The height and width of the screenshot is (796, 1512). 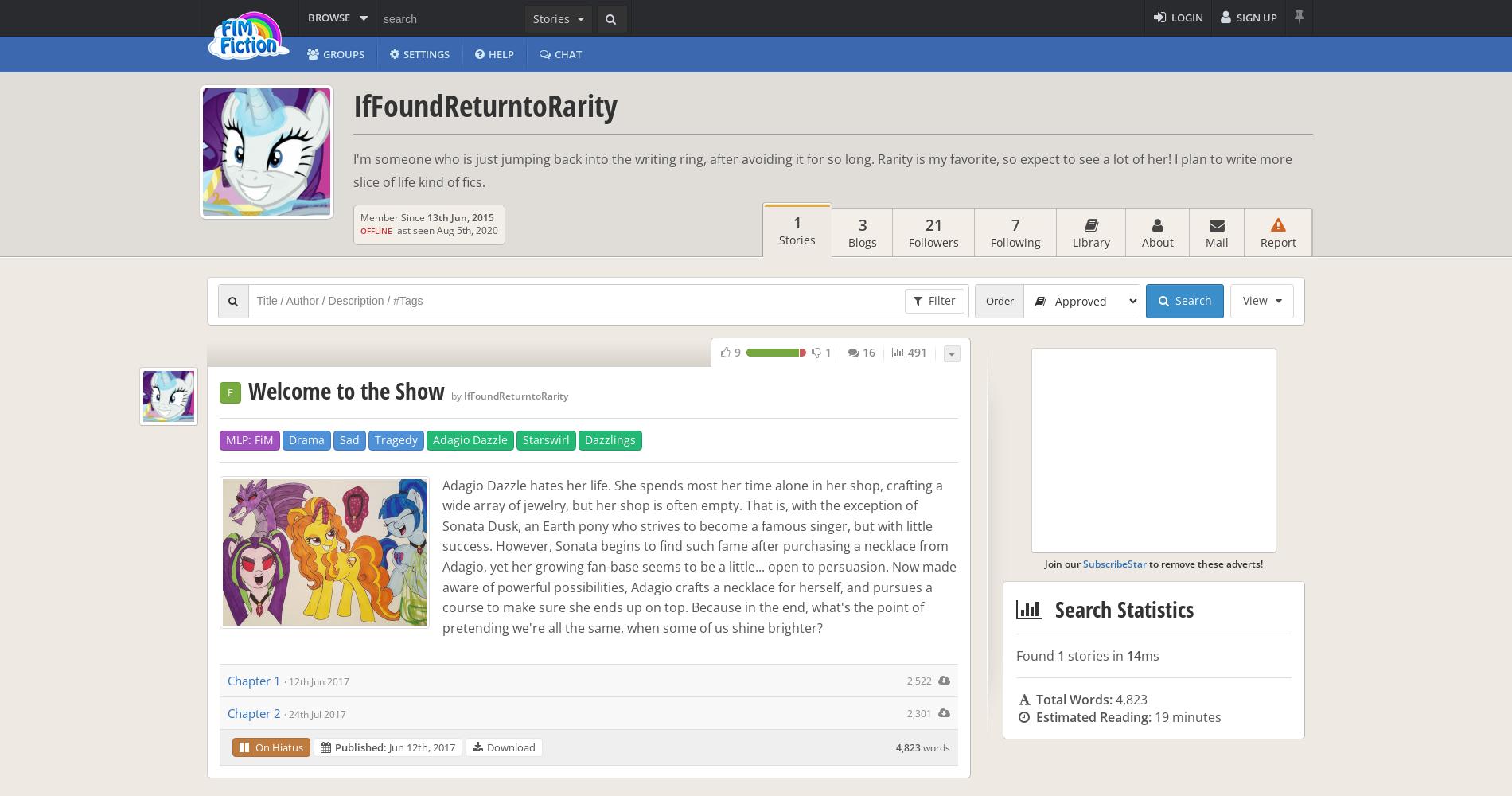 What do you see at coordinates (456, 395) in the screenshot?
I see `'by'` at bounding box center [456, 395].